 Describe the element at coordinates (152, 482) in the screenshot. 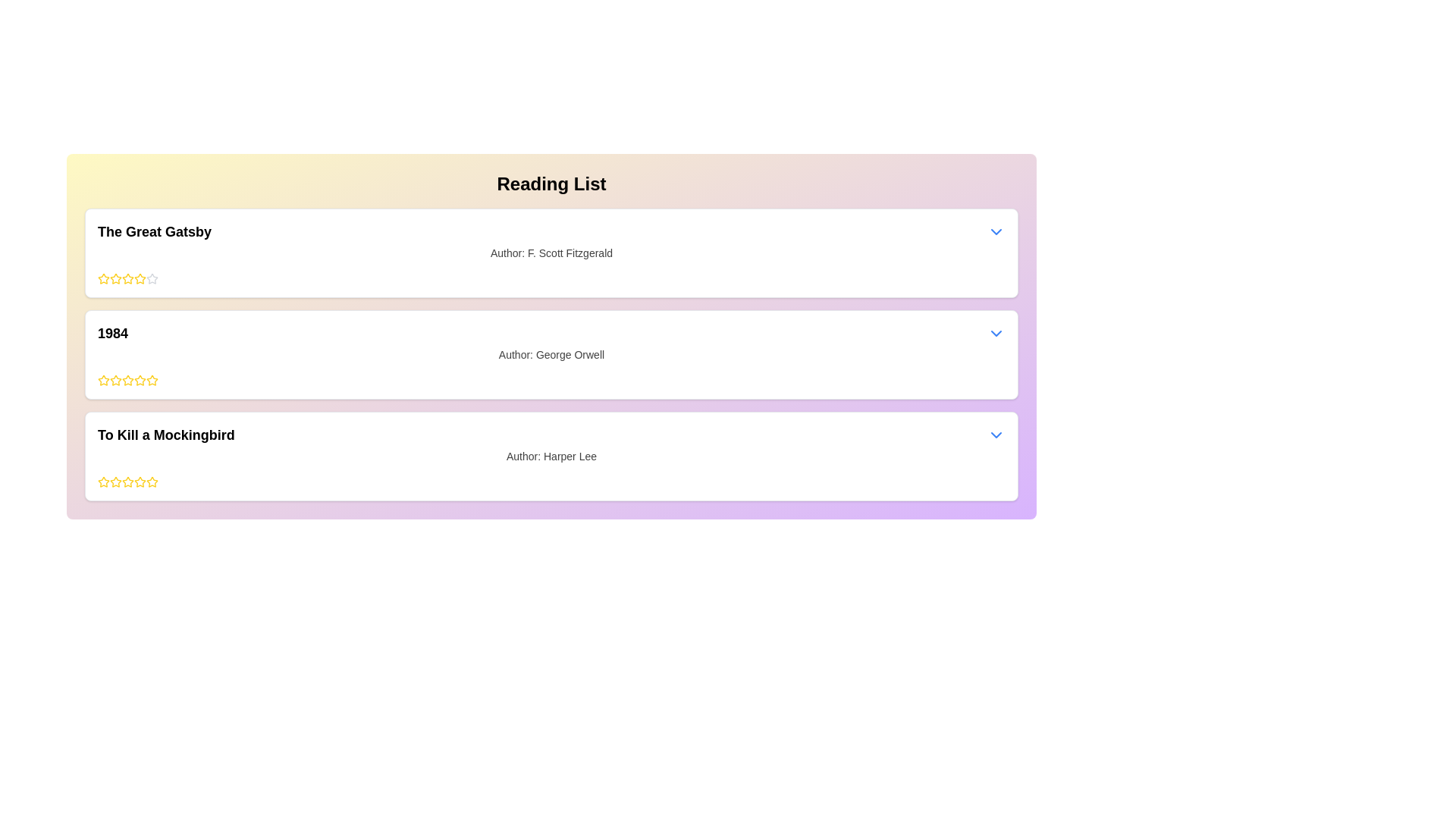

I see `the fifth star icon in the rating system for the book 'To Kill a Mockingbird'` at that location.